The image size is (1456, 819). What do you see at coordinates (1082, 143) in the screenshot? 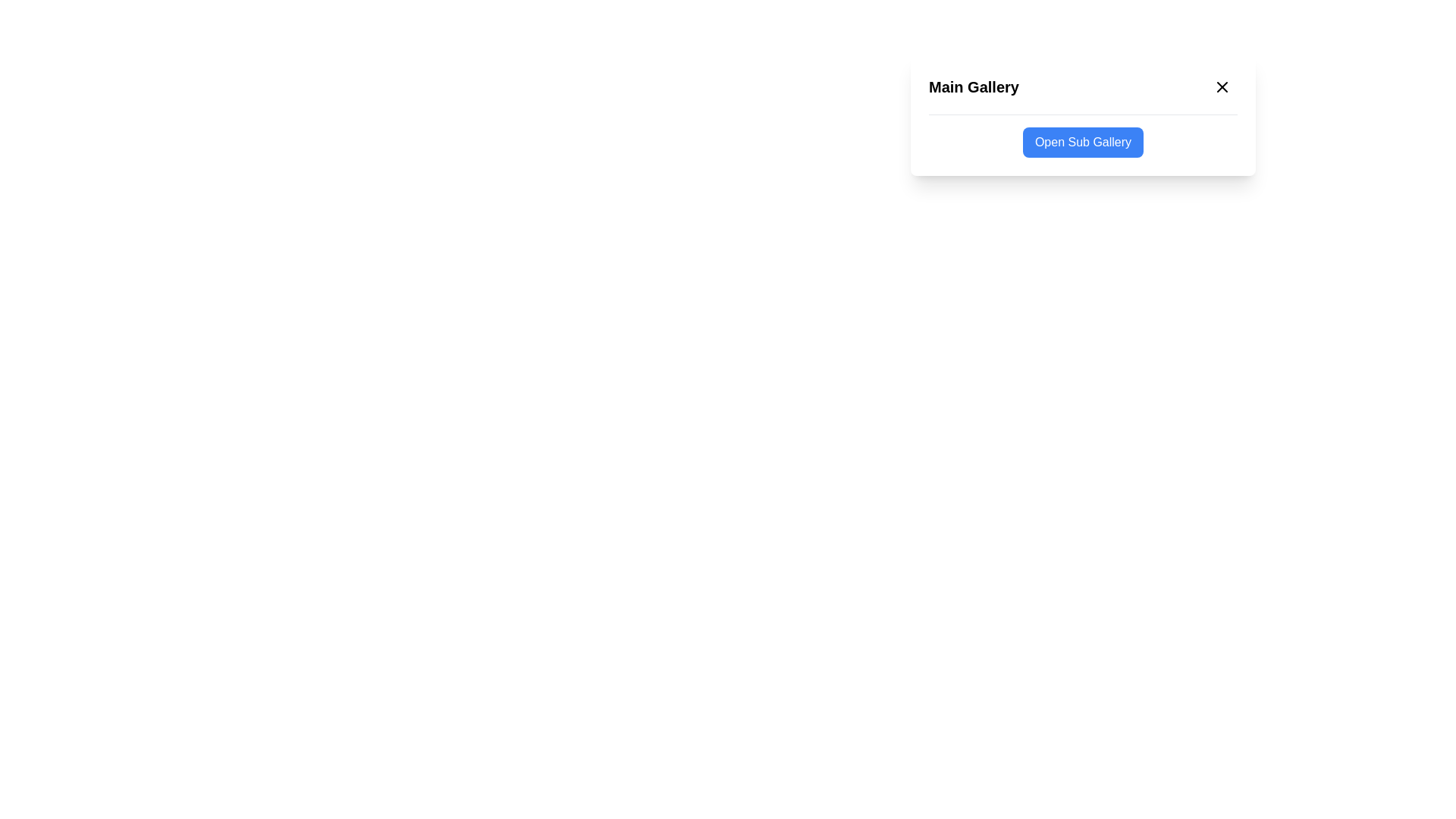
I see `the blue button labeled 'Open Sub Gallery'` at bounding box center [1082, 143].